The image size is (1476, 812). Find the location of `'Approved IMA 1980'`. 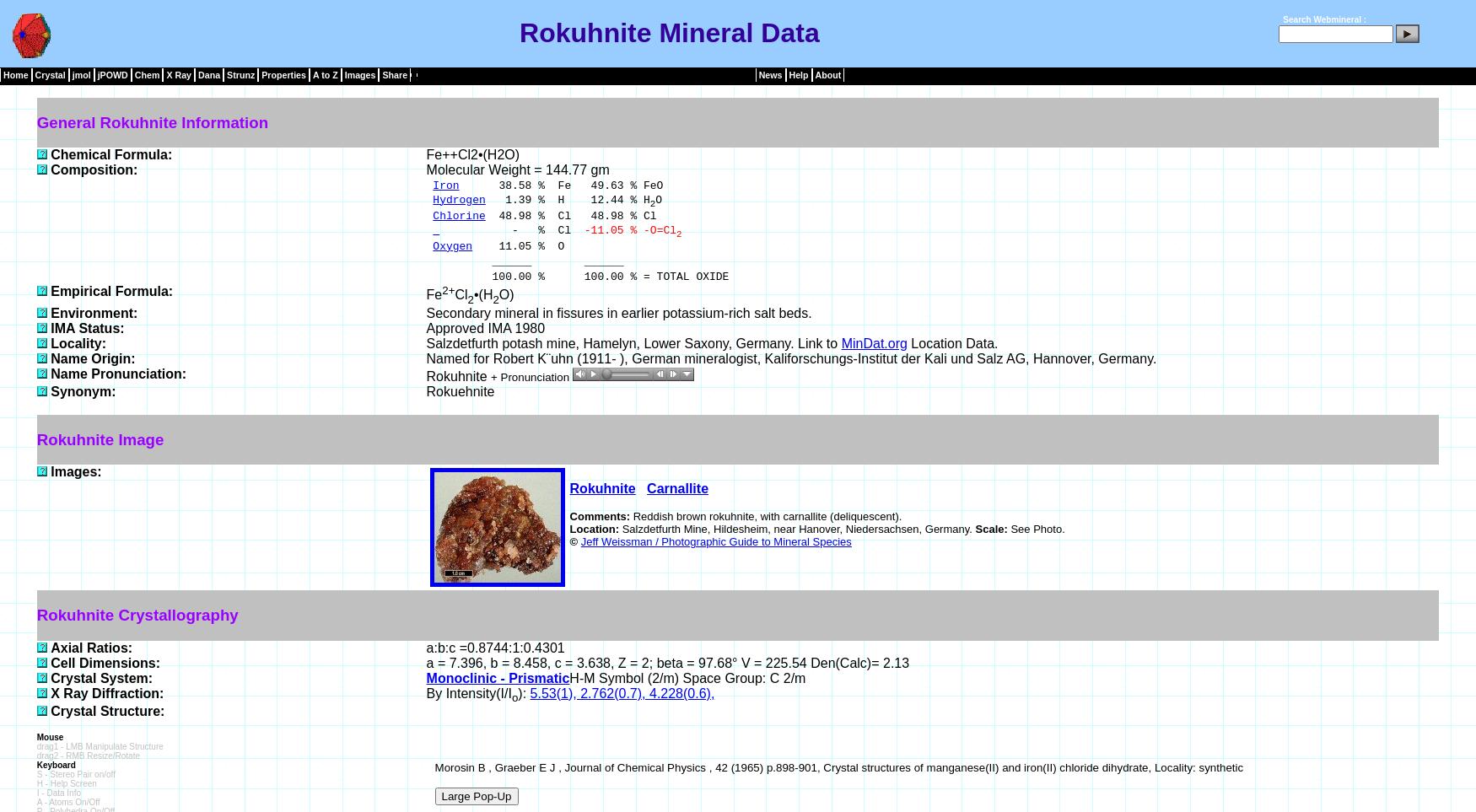

'Approved IMA 1980' is located at coordinates (485, 326).